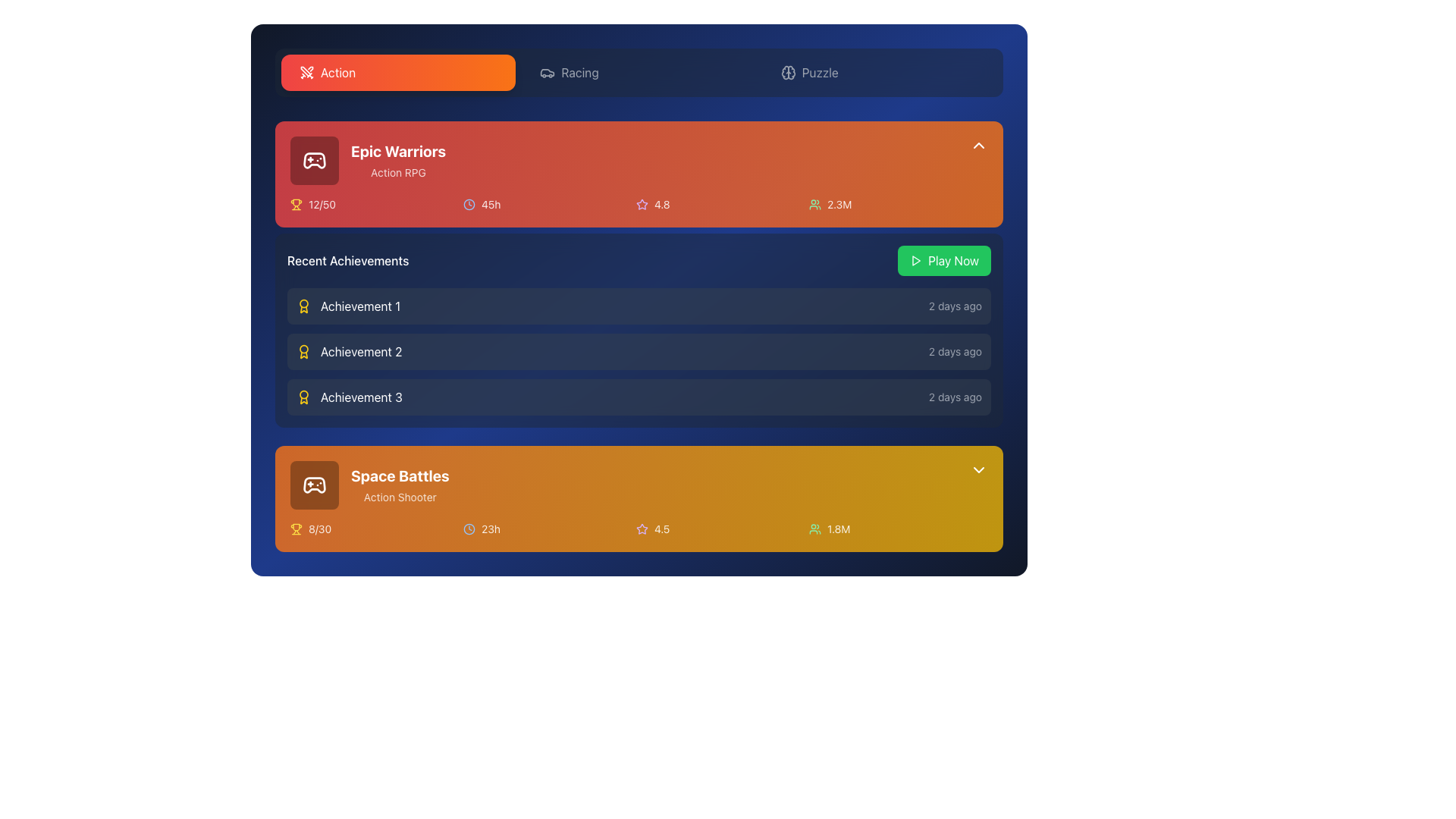 The image size is (1456, 819). Describe the element at coordinates (629, 161) in the screenshot. I see `to select and view details of the featured item in the 'Action' category, which is the first list item located beneath the category tabs` at that location.